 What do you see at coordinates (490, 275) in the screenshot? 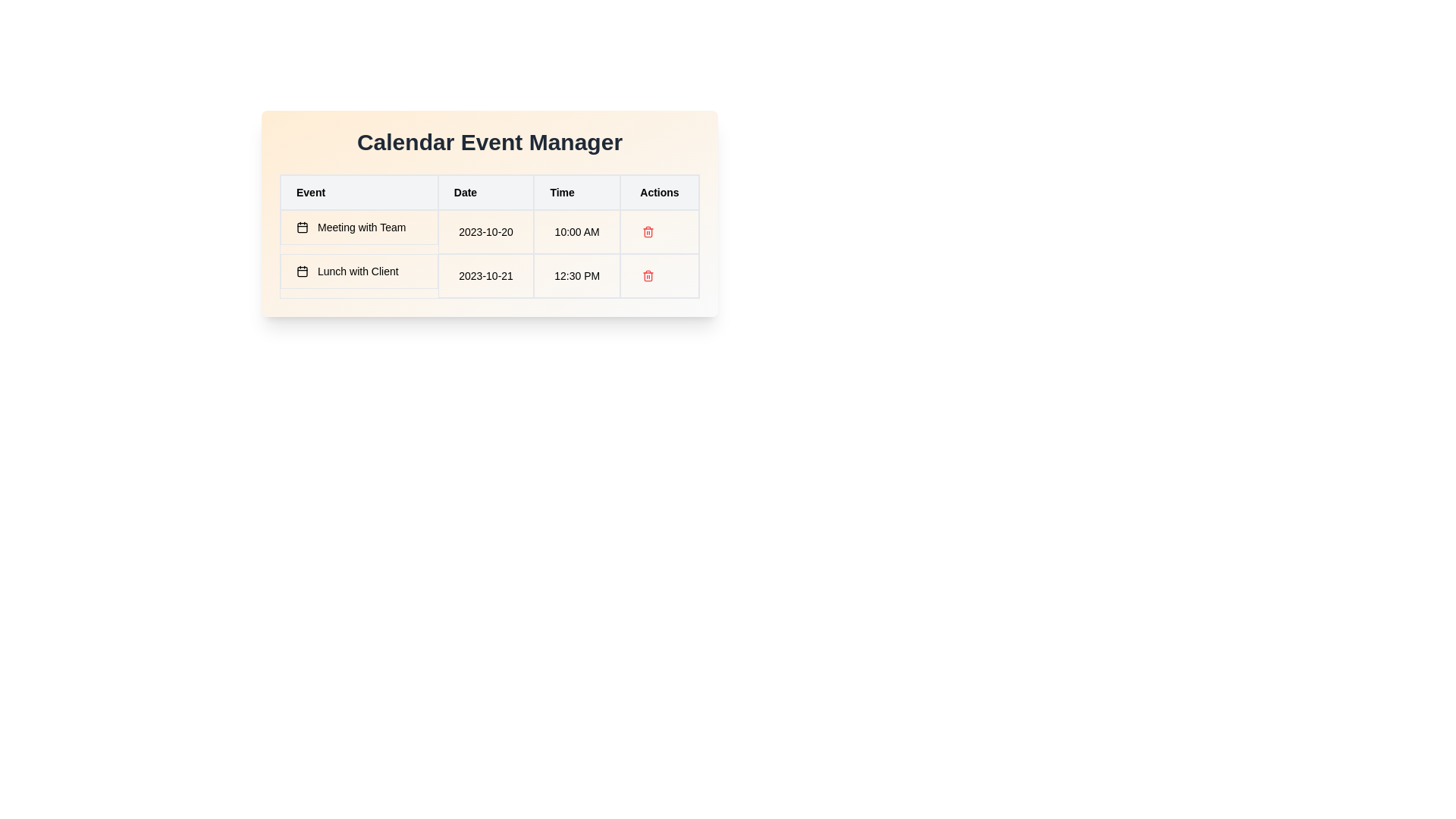
I see `the second row of the Calendar Event Manager that displays the event 'Lunch with Client' for additional actions or highlighting` at bounding box center [490, 275].